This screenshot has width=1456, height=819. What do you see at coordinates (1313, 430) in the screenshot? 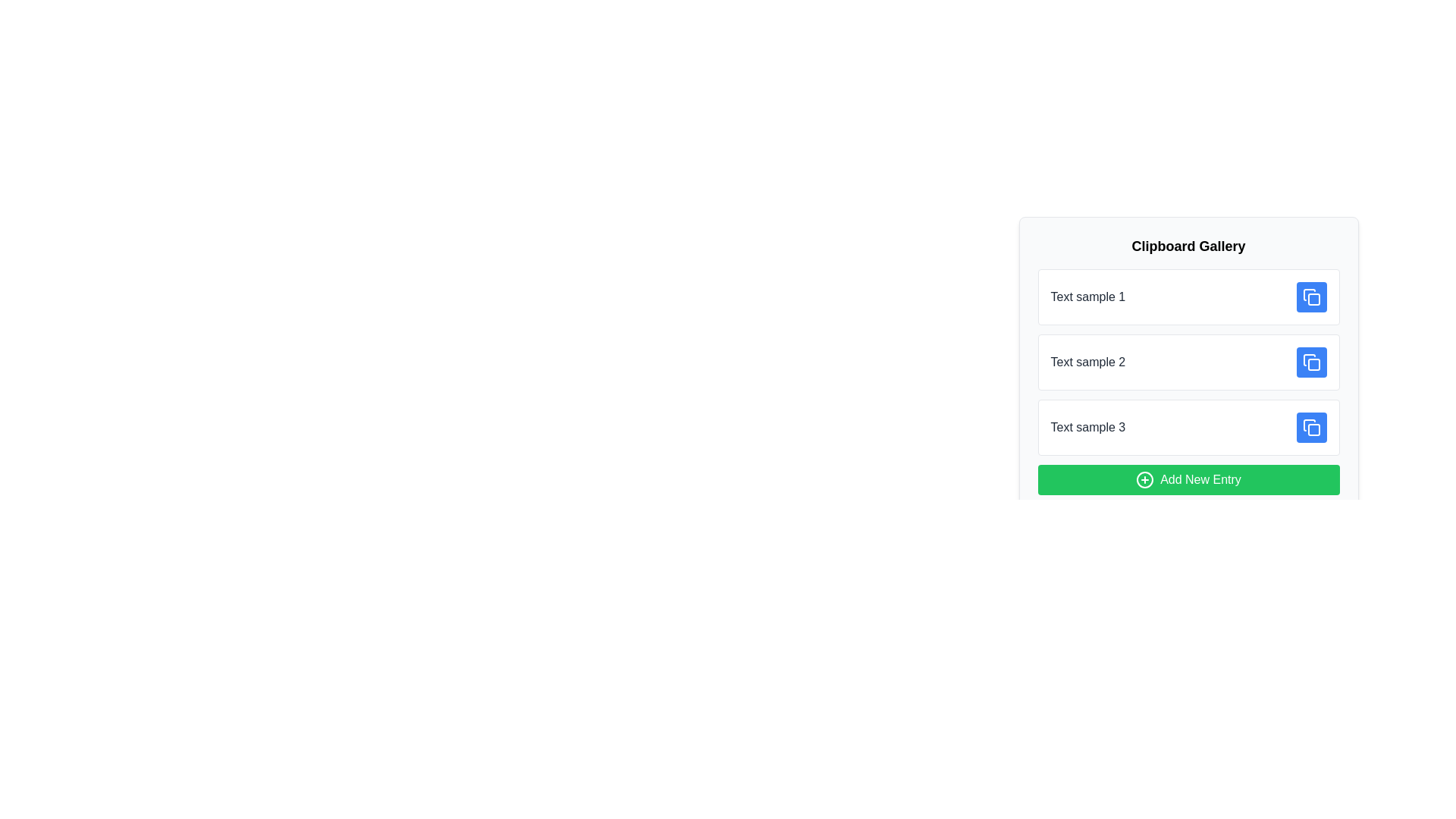
I see `the 'copy' icon element, which is the third action button in the Clipboard Gallery interface` at bounding box center [1313, 430].